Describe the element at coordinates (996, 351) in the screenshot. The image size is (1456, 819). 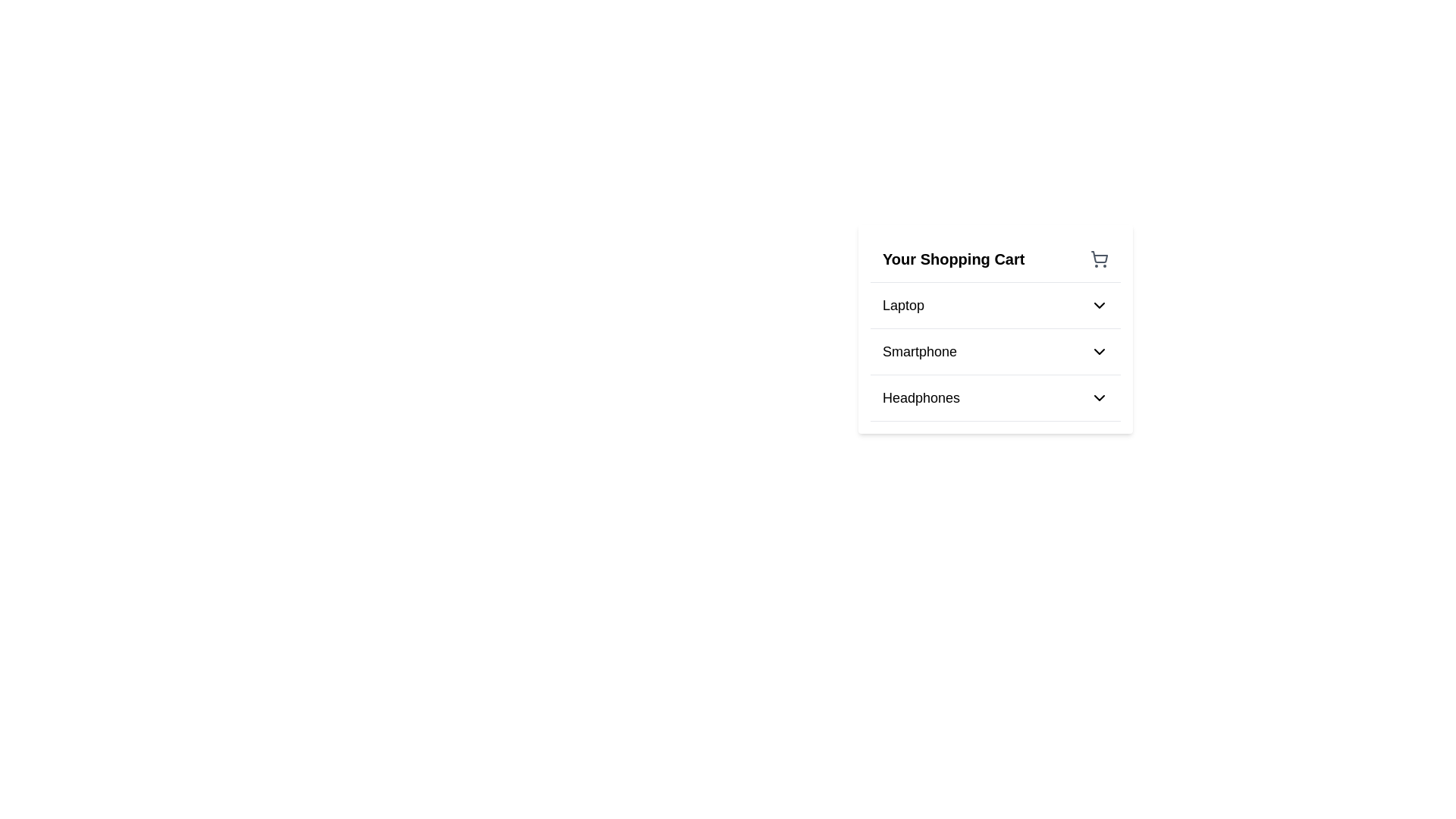
I see `the 'Smartphone' dropdown trigger element` at that location.